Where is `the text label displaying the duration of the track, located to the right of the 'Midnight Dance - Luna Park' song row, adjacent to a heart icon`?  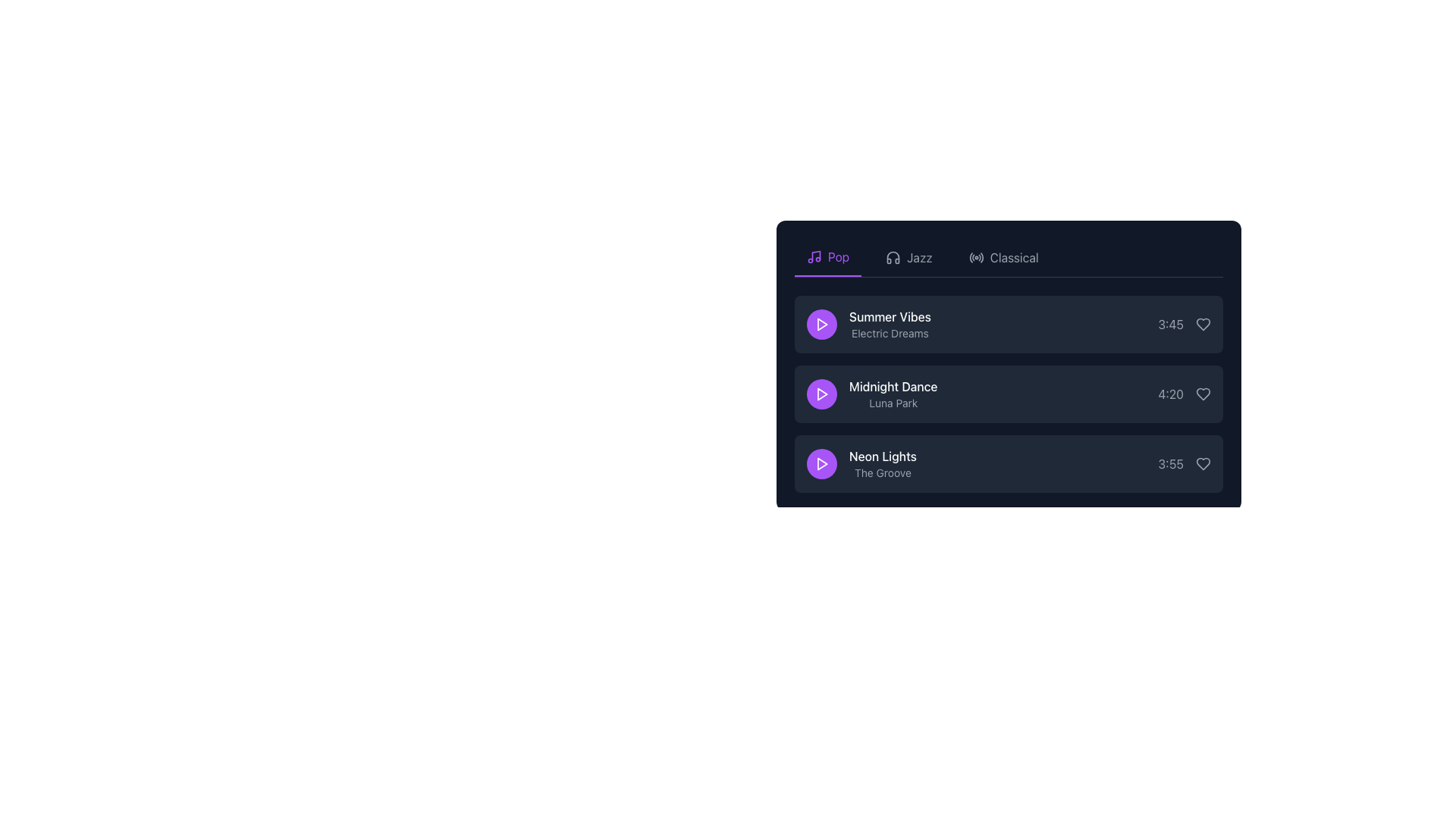
the text label displaying the duration of the track, located to the right of the 'Midnight Dance - Luna Park' song row, adjacent to a heart icon is located at coordinates (1184, 394).